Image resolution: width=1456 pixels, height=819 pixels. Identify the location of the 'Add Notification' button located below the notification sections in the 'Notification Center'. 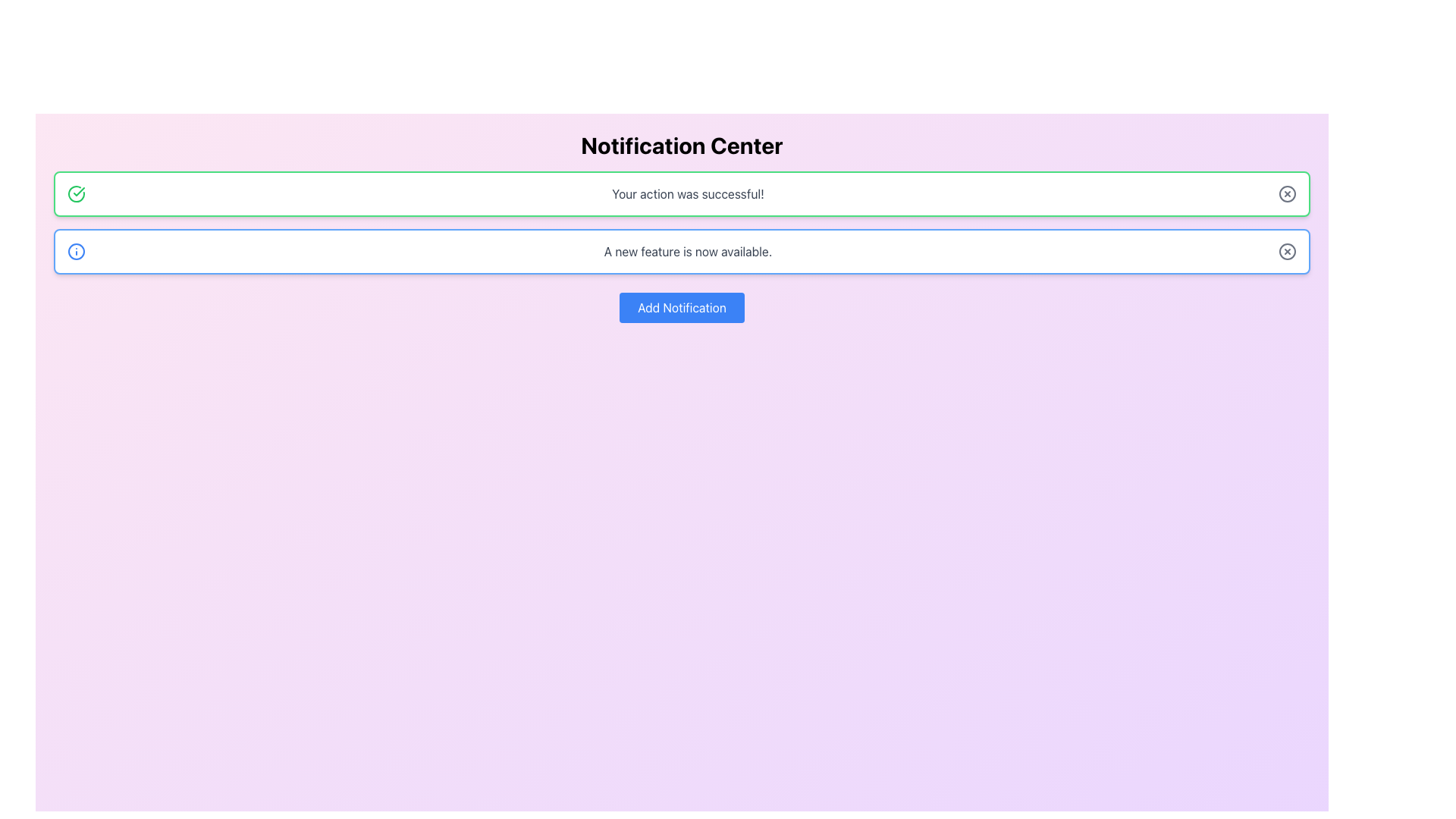
(681, 307).